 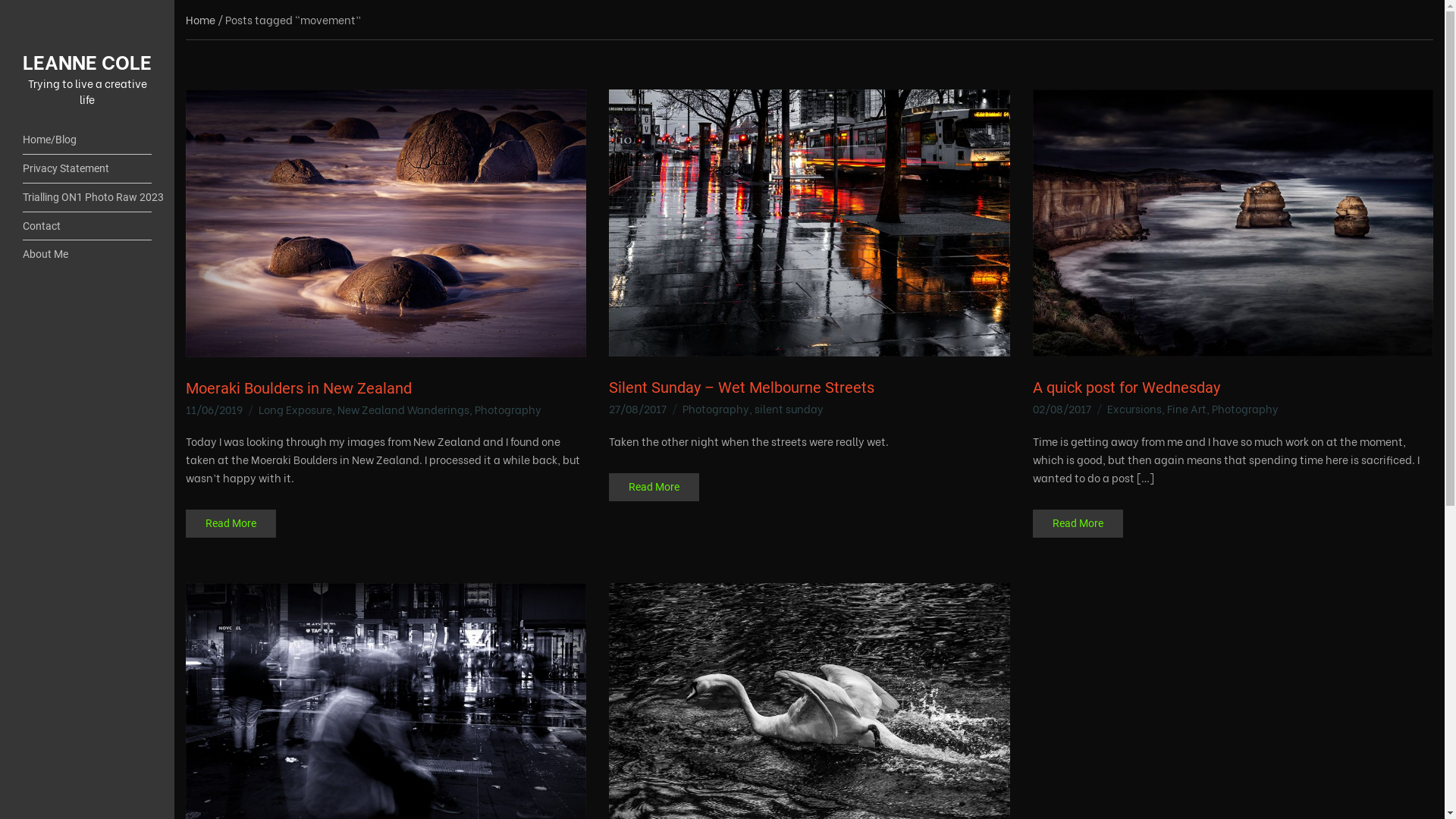 I want to click on 'Privacy Statement', so click(x=86, y=169).